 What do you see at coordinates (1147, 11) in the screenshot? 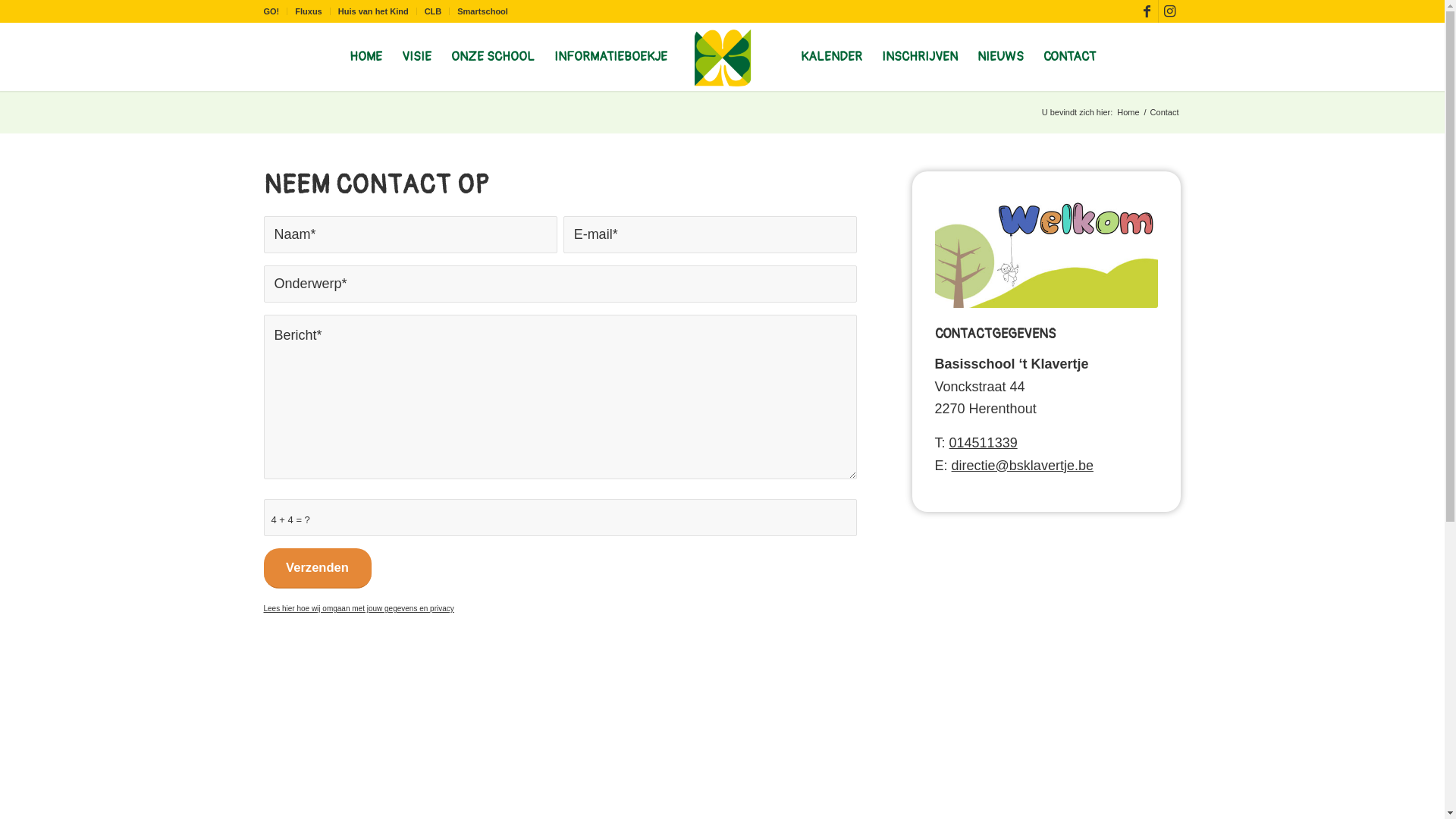
I see `'Facebook'` at bounding box center [1147, 11].